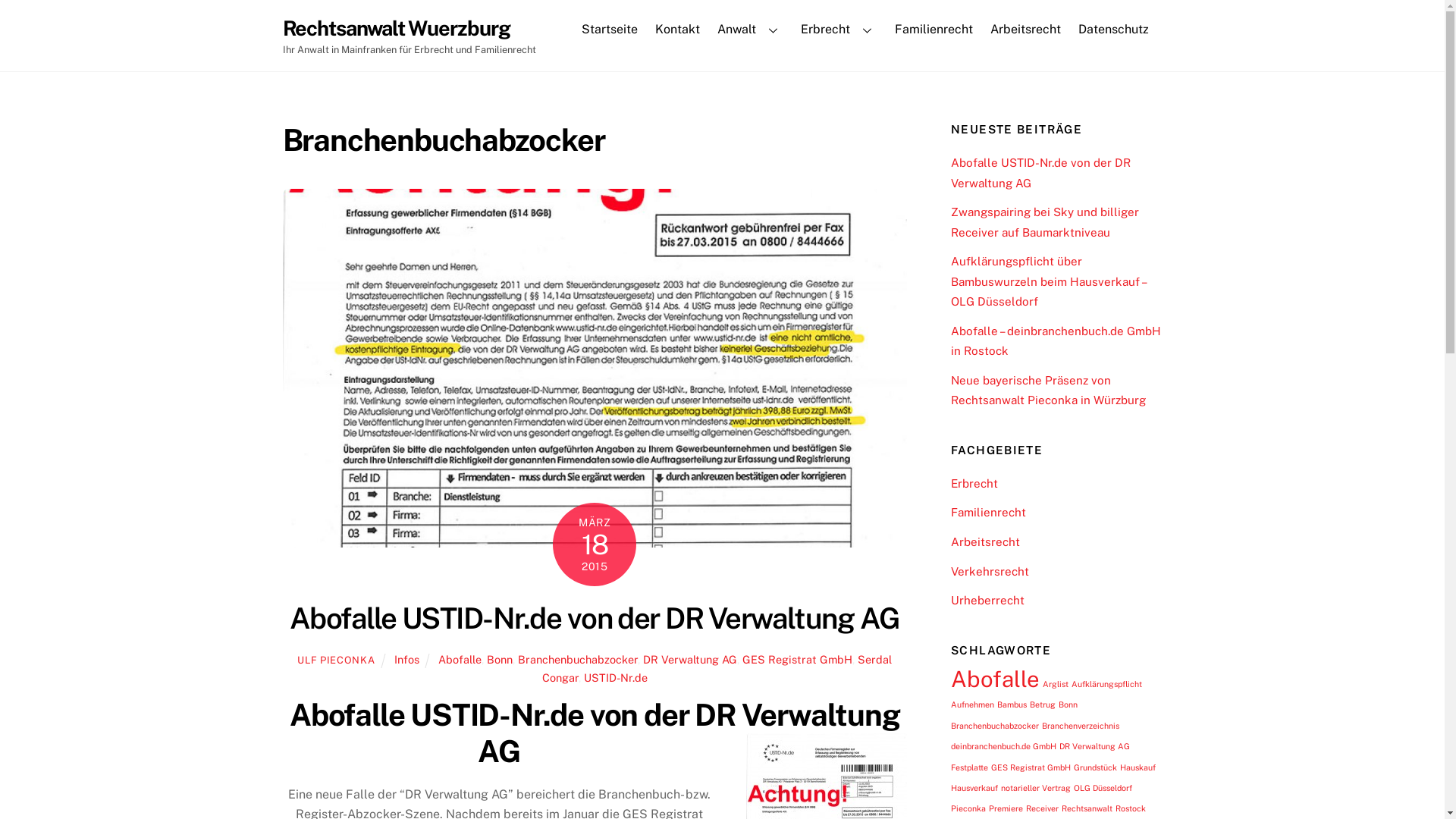 The height and width of the screenshot is (819, 1456). What do you see at coordinates (987, 599) in the screenshot?
I see `'Urheberrecht'` at bounding box center [987, 599].